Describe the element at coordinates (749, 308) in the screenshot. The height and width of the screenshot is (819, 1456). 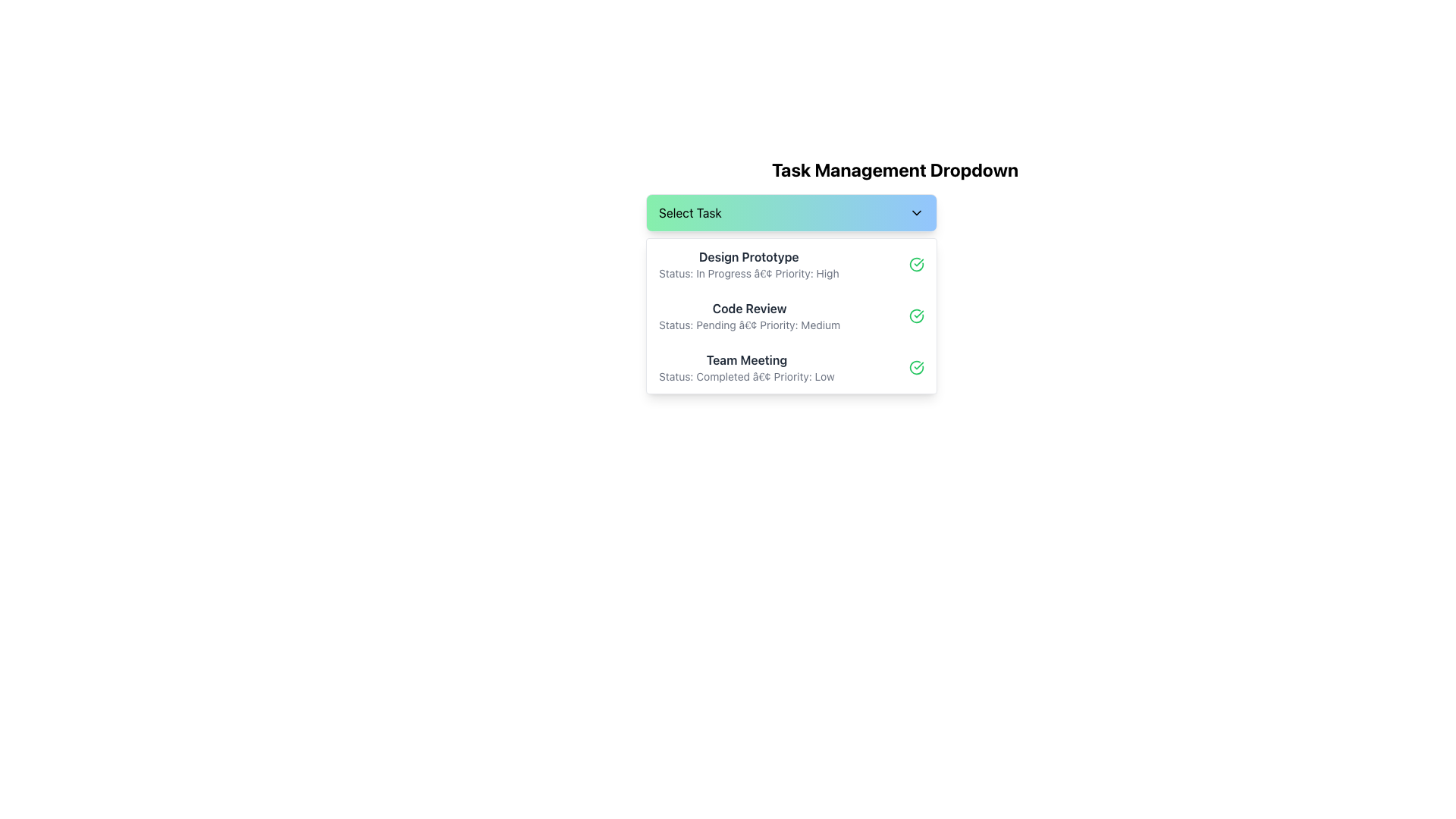
I see `the 'Code Review' task text in the dropdown menu under 'Task Management Dropdown'` at that location.